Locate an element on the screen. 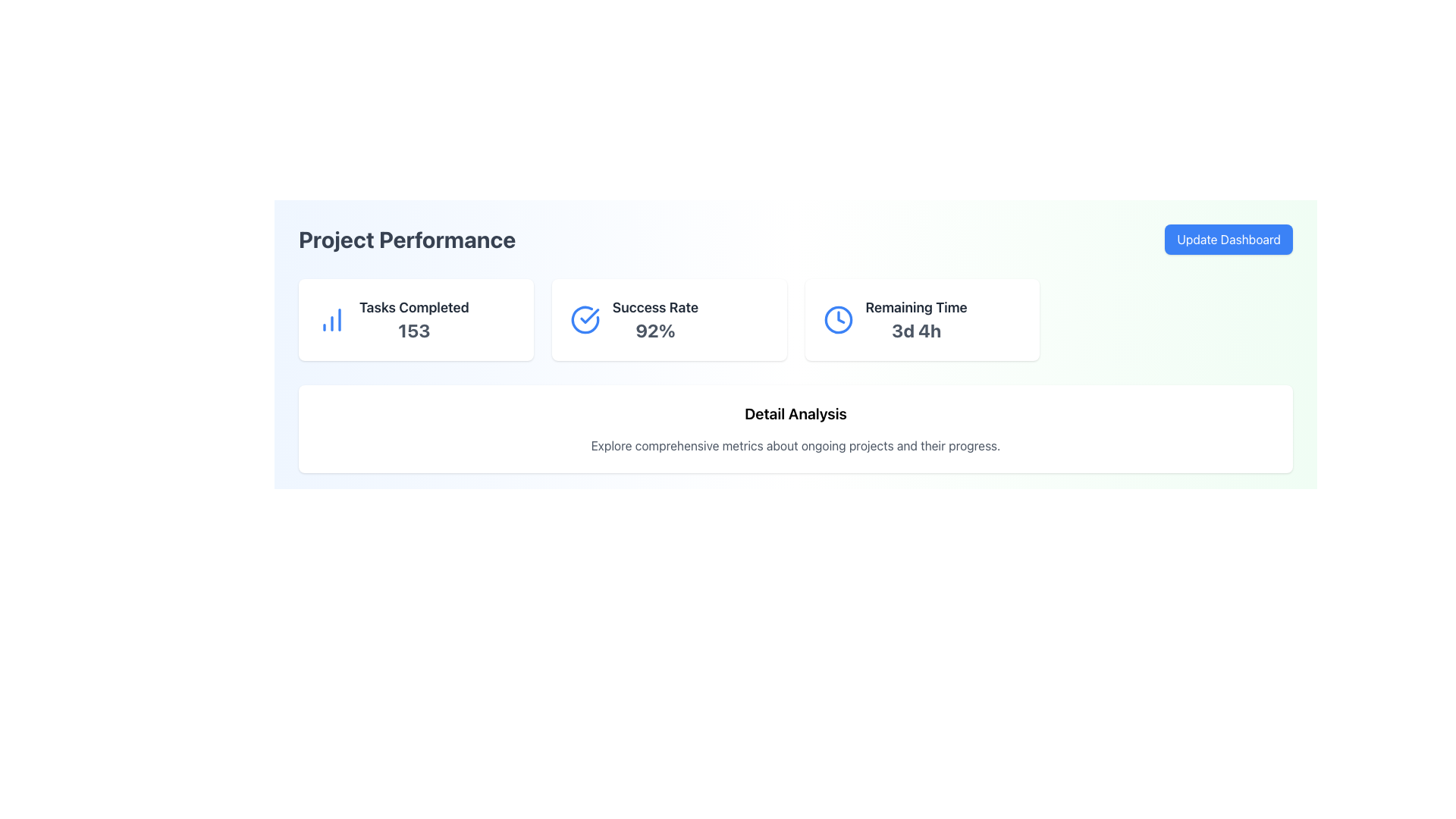 Image resolution: width=1456 pixels, height=819 pixels. the chart icon representing grouped bars located within the 'Tasks Completed' card on the dashboard interface is located at coordinates (331, 318).